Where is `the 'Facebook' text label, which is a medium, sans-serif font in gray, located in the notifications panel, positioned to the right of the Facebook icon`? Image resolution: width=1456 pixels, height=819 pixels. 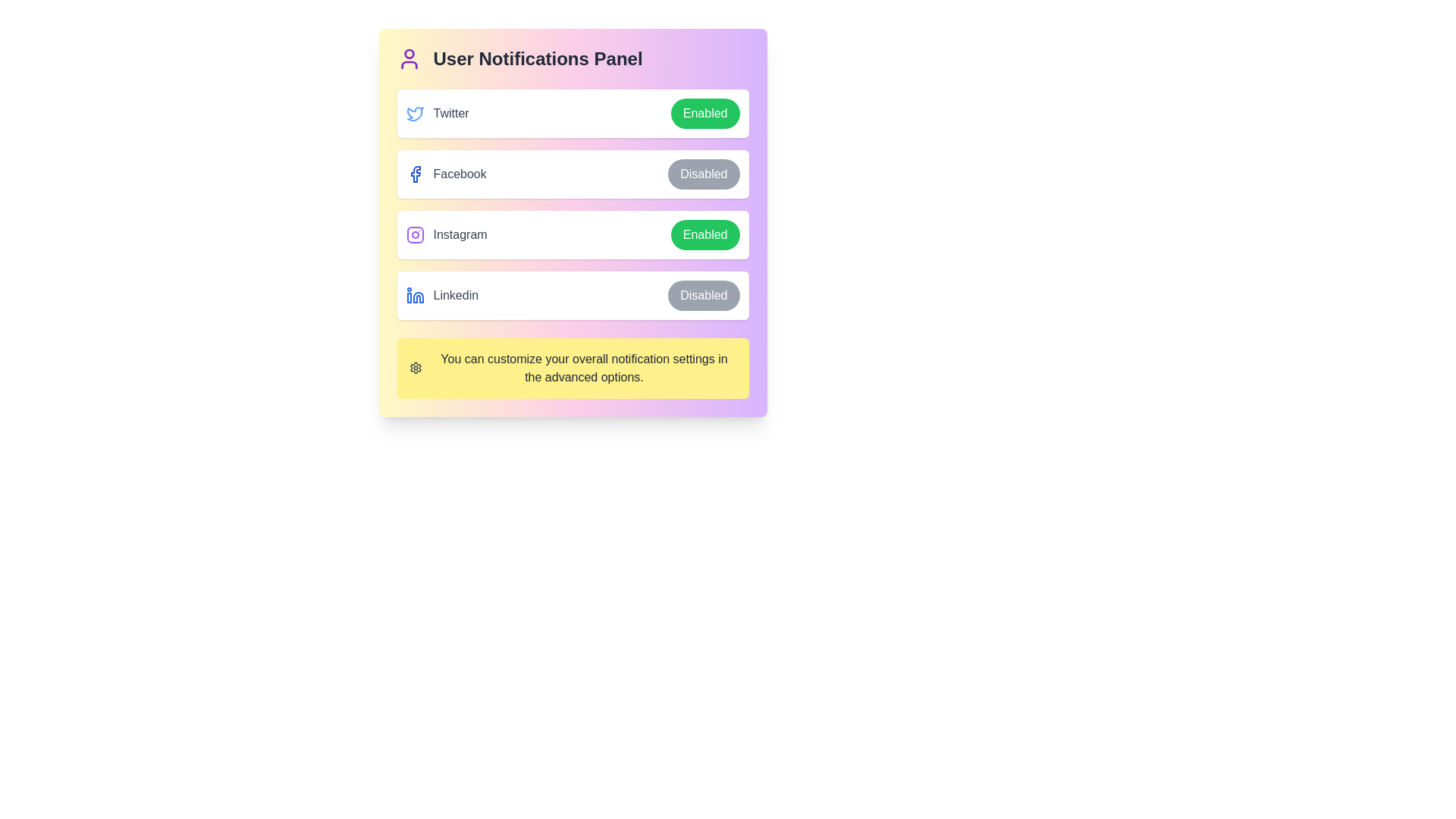 the 'Facebook' text label, which is a medium, sans-serif font in gray, located in the notifications panel, positioned to the right of the Facebook icon is located at coordinates (459, 174).